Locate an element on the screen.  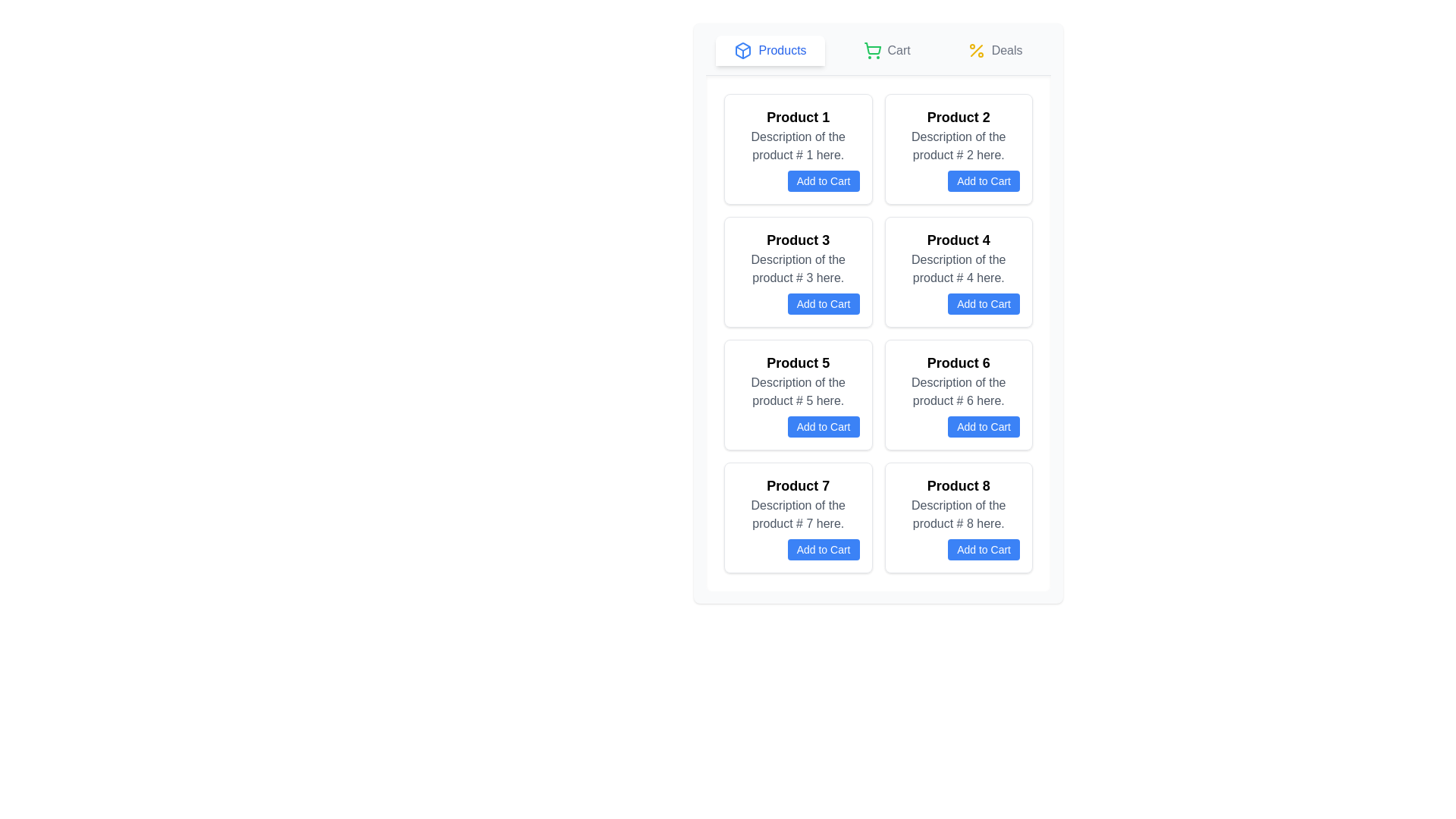
the Text label that serves as the title or heading for the product, located at the top-center of the third card in the grid layout is located at coordinates (797, 239).